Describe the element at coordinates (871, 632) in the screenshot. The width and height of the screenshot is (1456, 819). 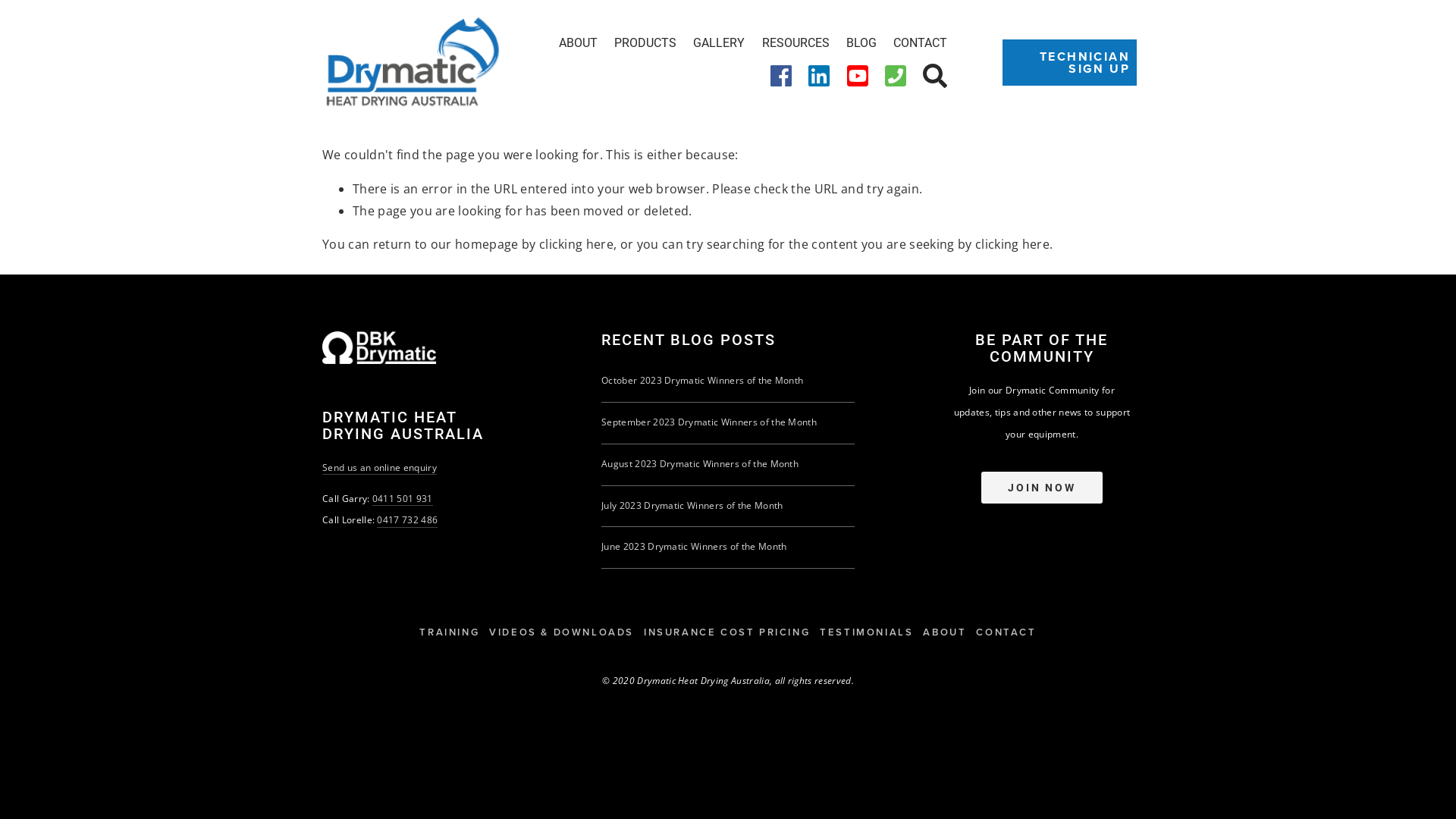
I see `'TESTIMONIALS'` at that location.